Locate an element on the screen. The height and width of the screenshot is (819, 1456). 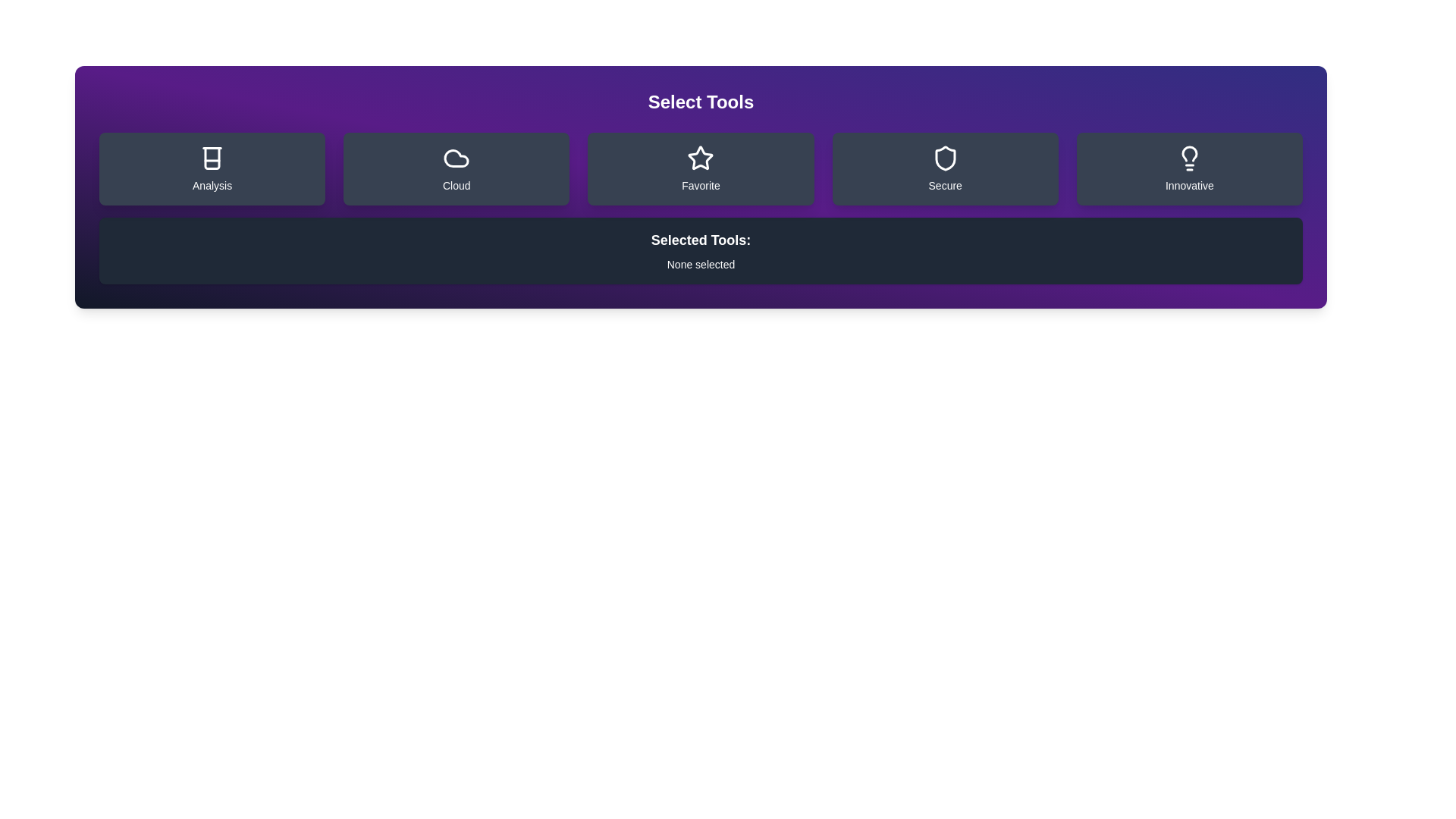
the 'Cloud' button, which is the second item in a horizontal grid of five buttons is located at coordinates (456, 169).